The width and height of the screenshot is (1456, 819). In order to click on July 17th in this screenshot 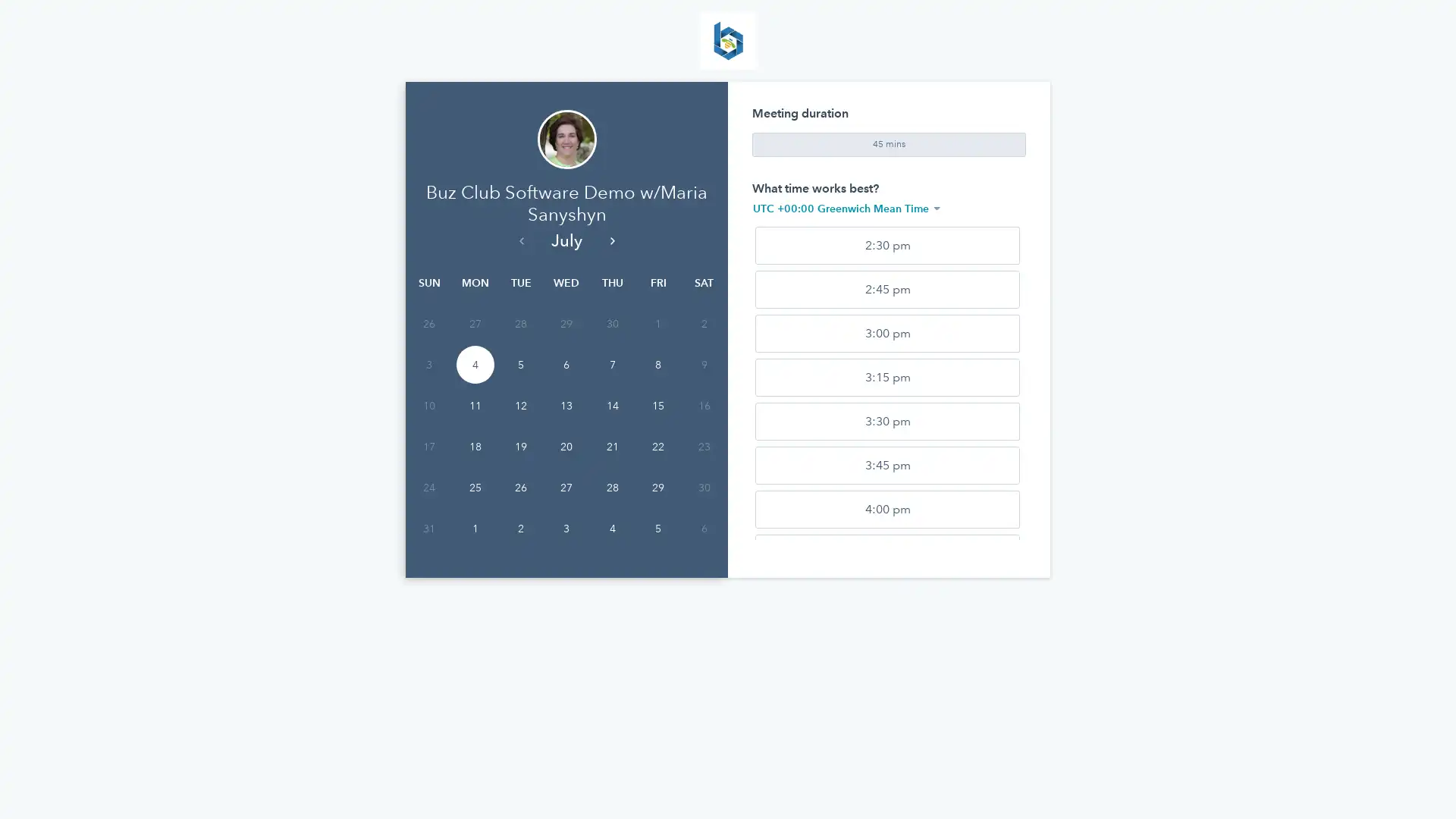, I will do `click(428, 446)`.